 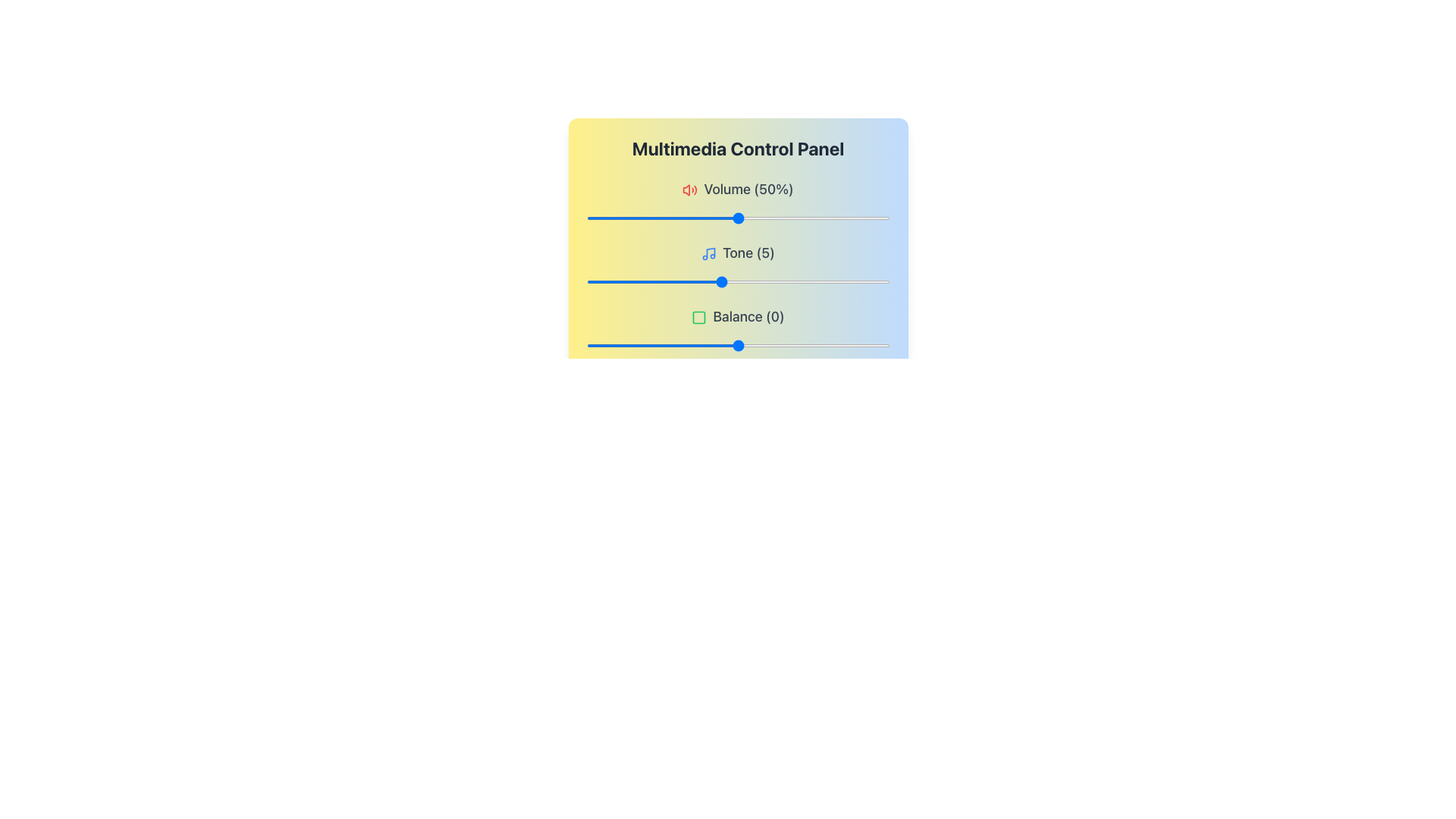 What do you see at coordinates (883, 345) in the screenshot?
I see `balance` at bounding box center [883, 345].